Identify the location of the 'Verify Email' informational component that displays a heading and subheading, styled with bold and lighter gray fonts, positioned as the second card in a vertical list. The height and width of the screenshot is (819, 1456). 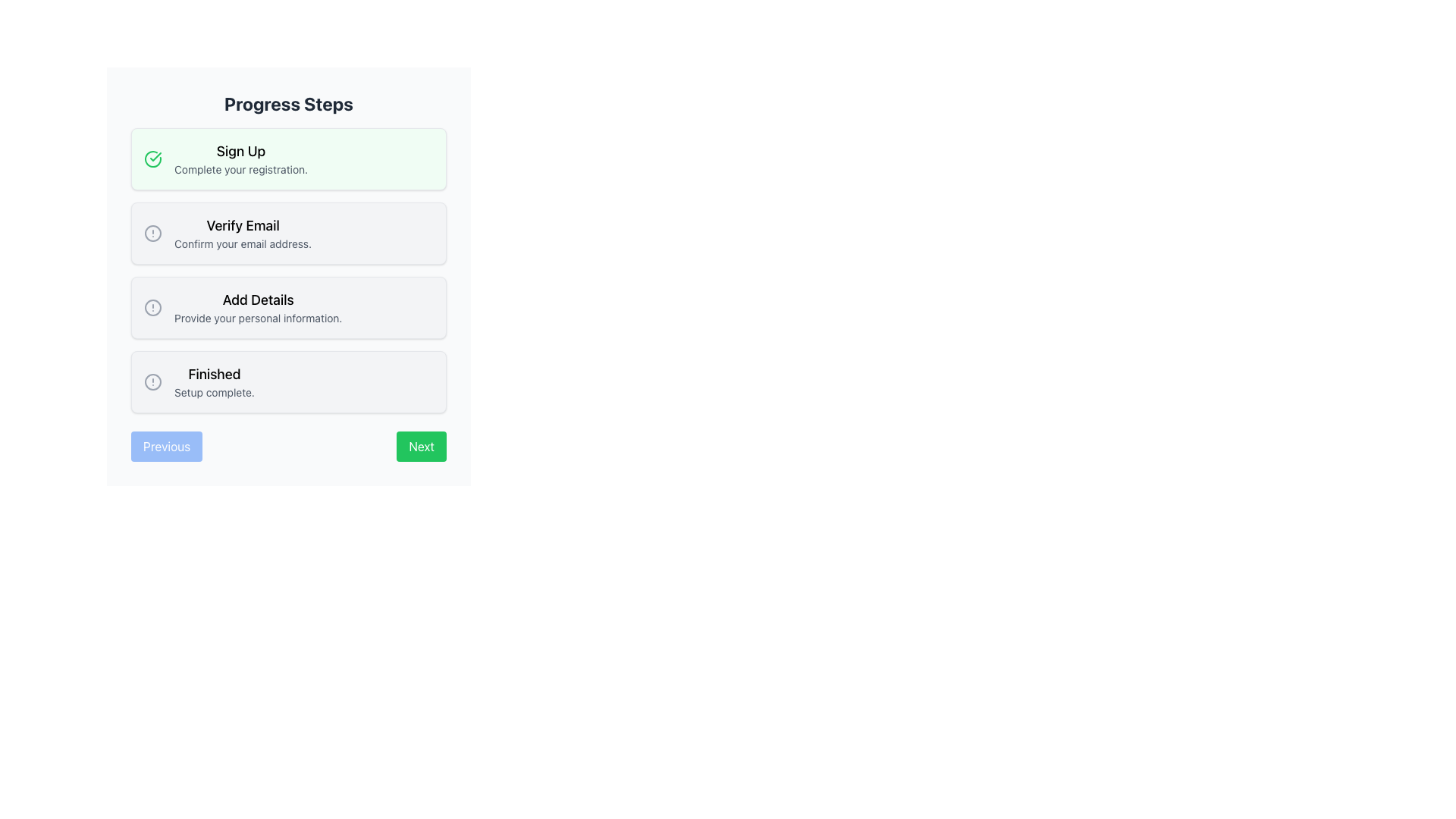
(243, 234).